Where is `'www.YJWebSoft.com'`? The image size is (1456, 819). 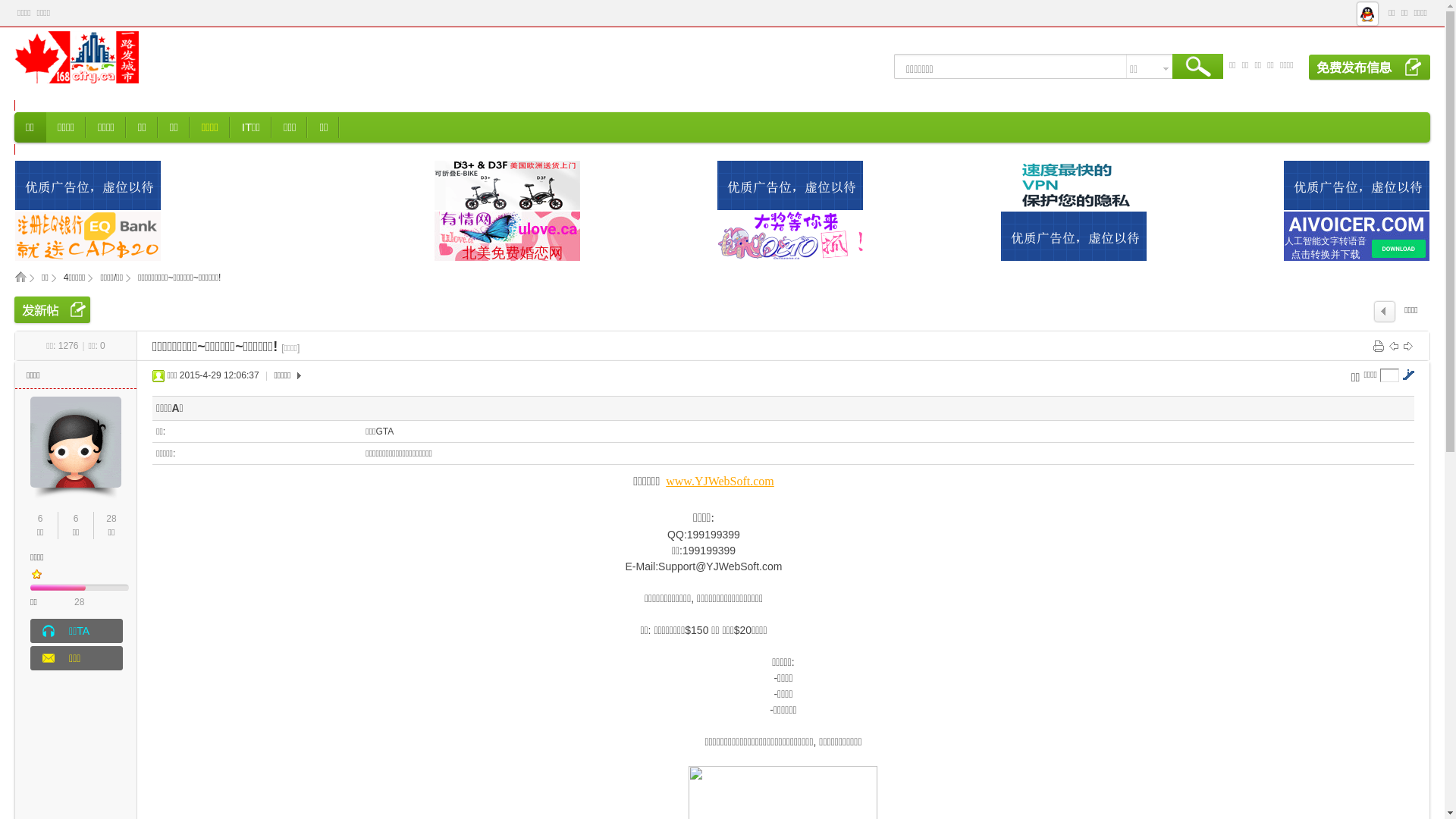 'www.YJWebSoft.com' is located at coordinates (719, 481).